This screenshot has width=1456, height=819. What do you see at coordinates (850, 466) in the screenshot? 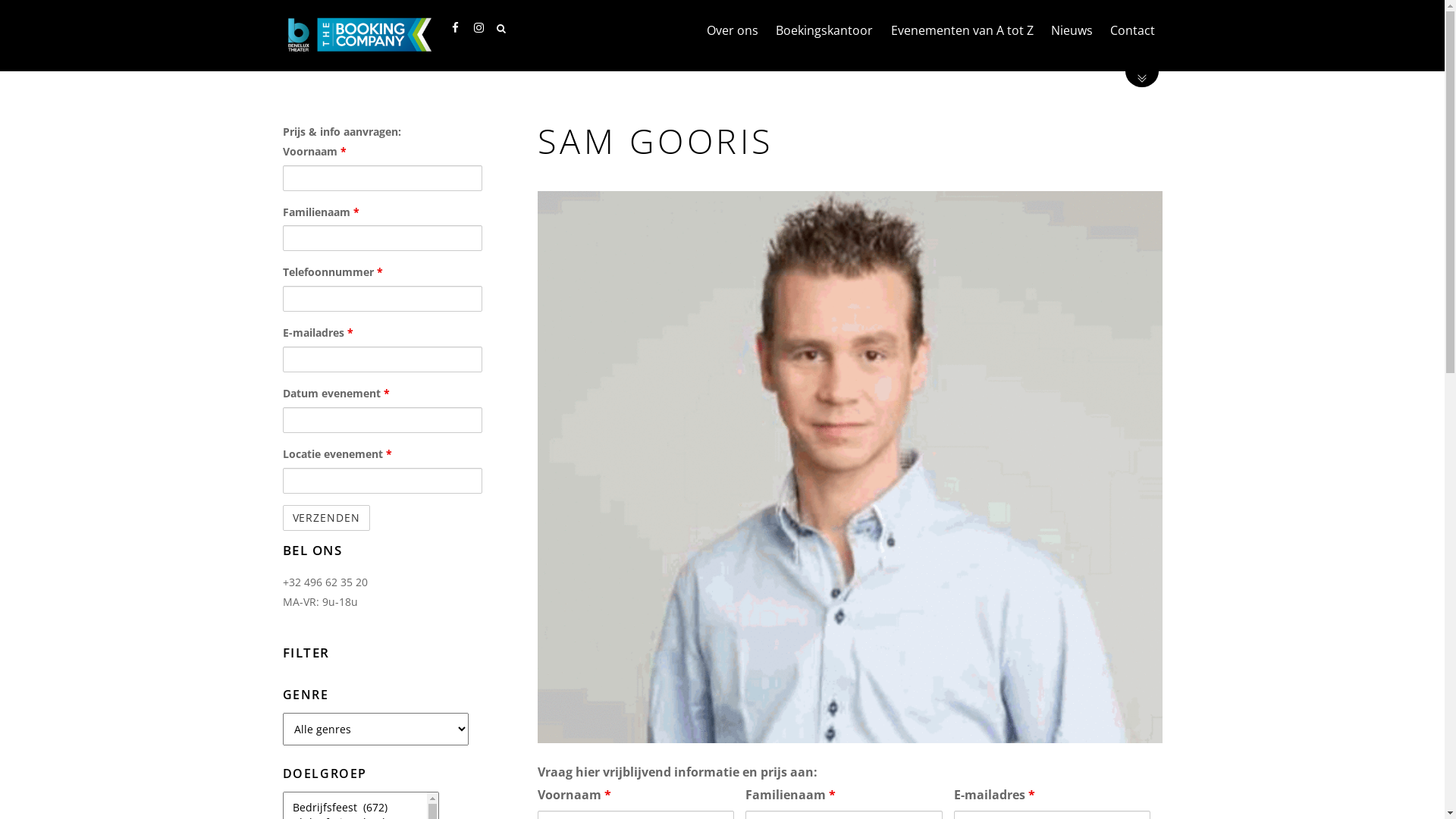
I see `'sam'` at bounding box center [850, 466].